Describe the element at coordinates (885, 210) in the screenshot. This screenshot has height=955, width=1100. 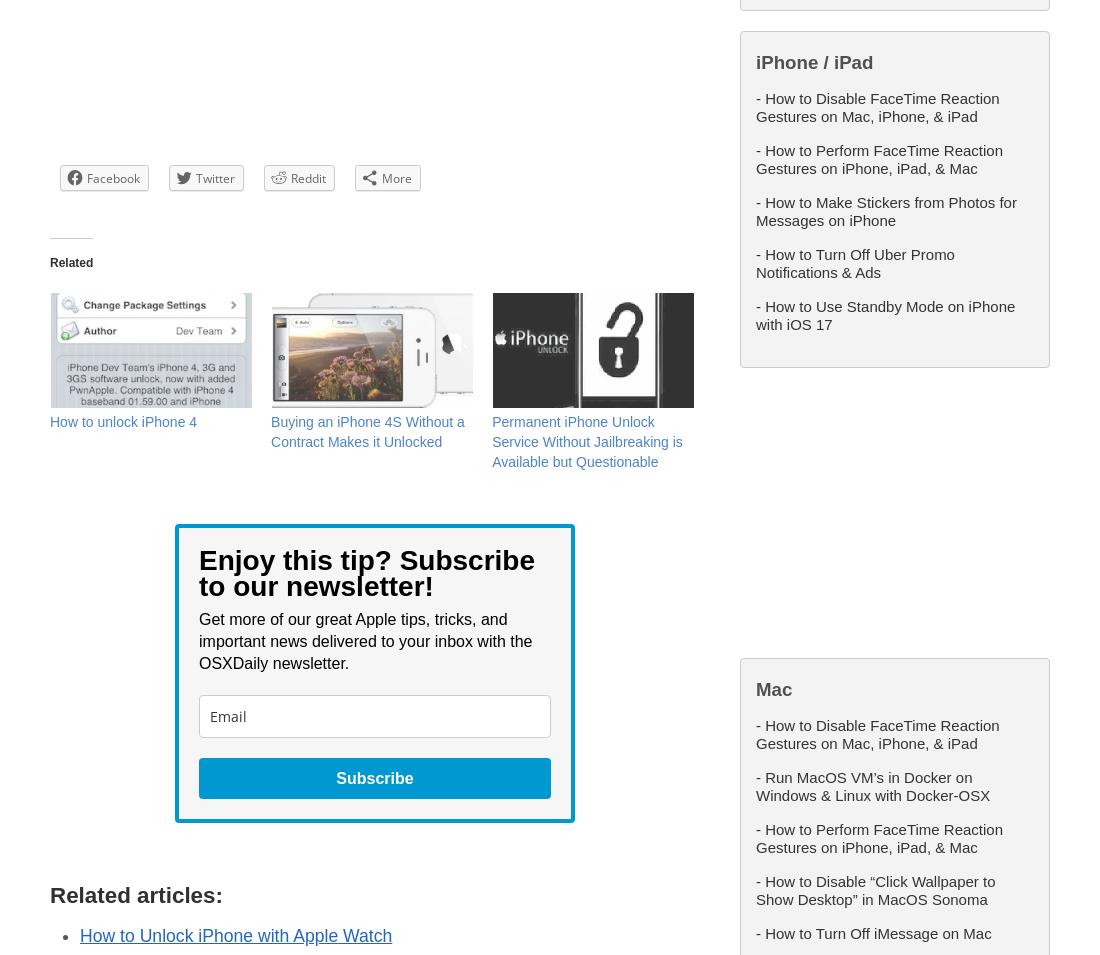
I see `'How to Make Stickers from Photos for Messages on iPhone'` at that location.